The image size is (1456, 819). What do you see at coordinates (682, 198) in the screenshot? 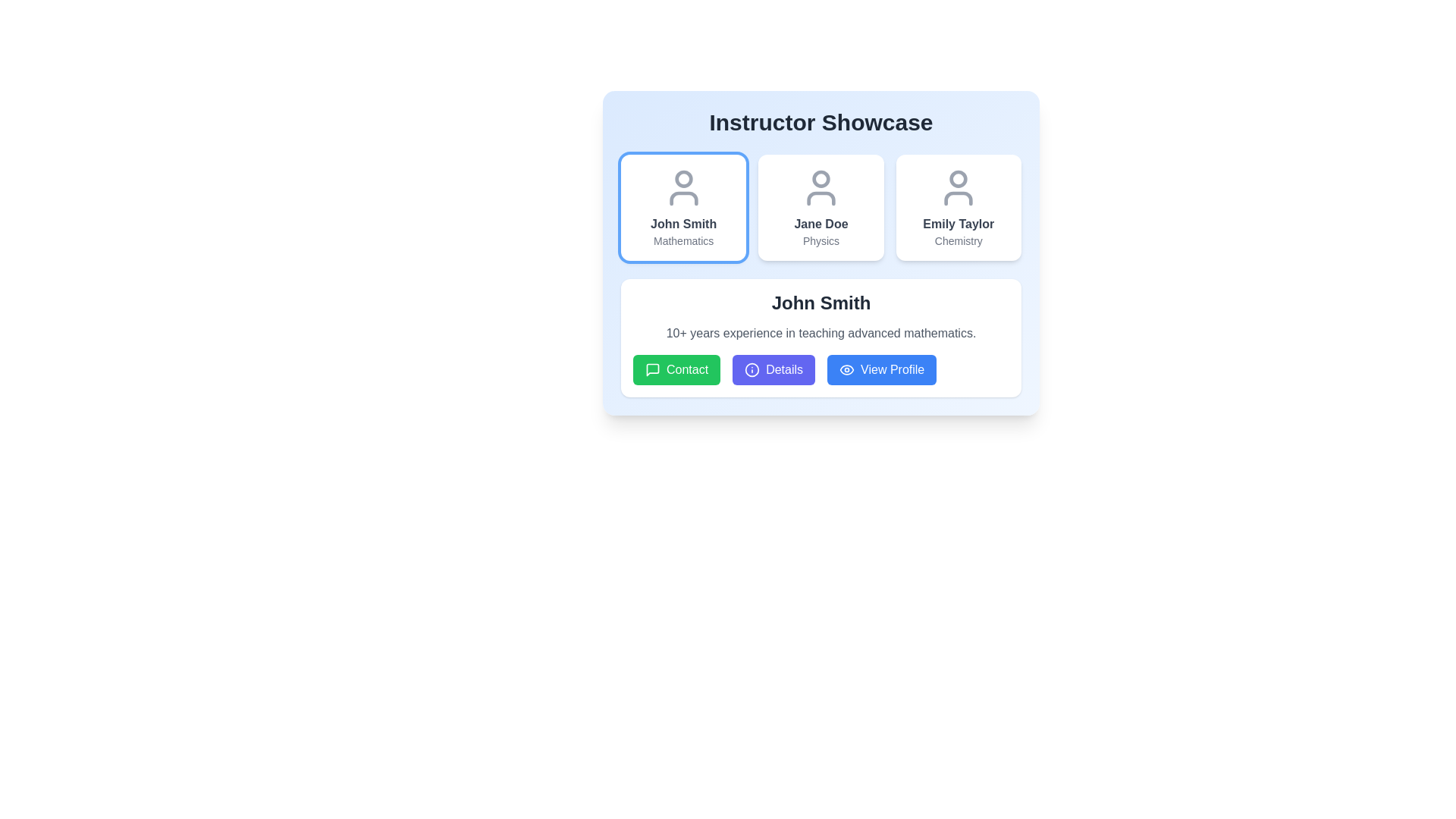
I see `the SVG shape component representing a user profile attribute located in the user profile card titled 'John Smith', positioned below the circular part of the icon layout` at bounding box center [682, 198].